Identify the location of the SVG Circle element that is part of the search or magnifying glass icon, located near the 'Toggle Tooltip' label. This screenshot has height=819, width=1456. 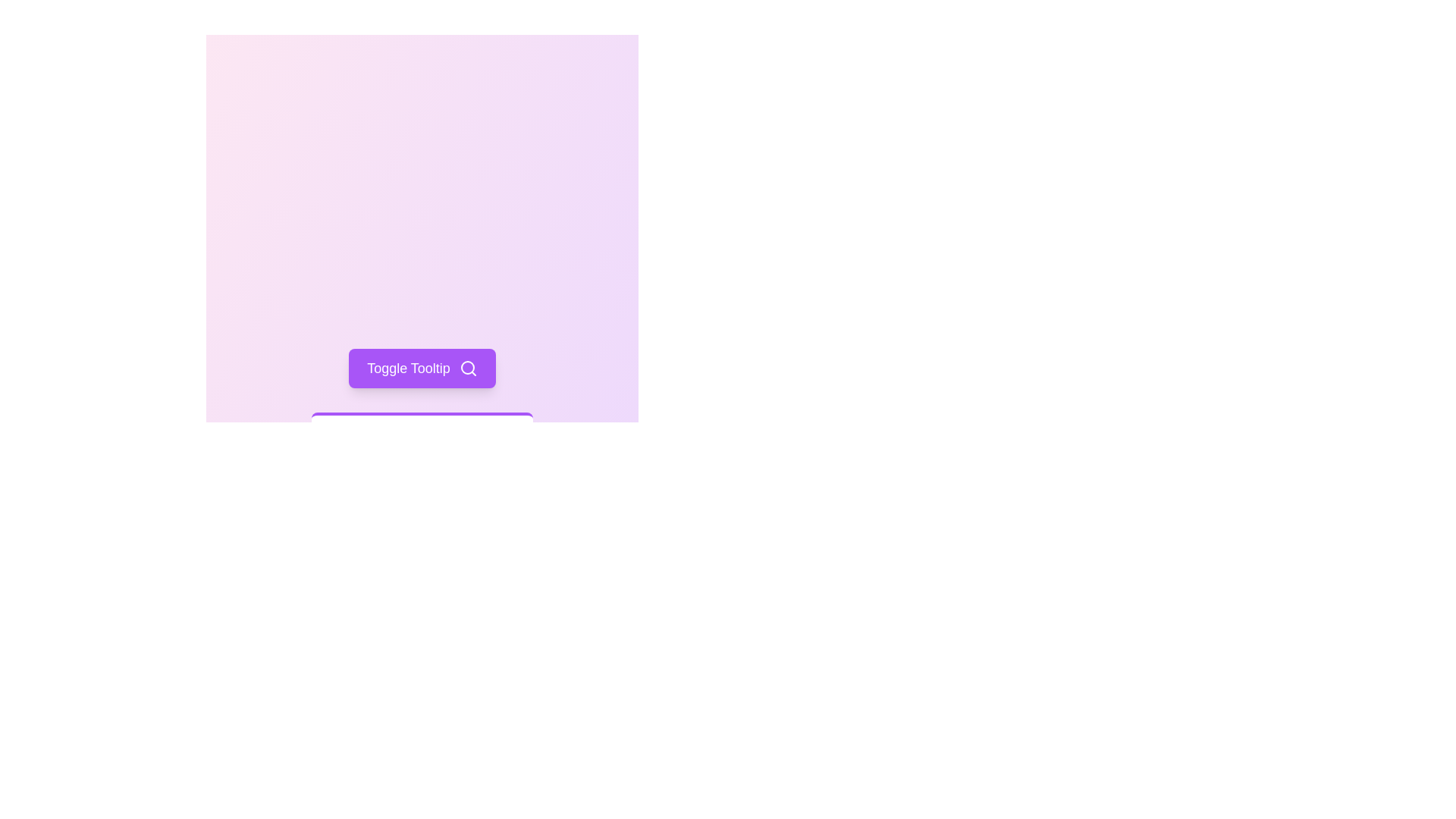
(466, 368).